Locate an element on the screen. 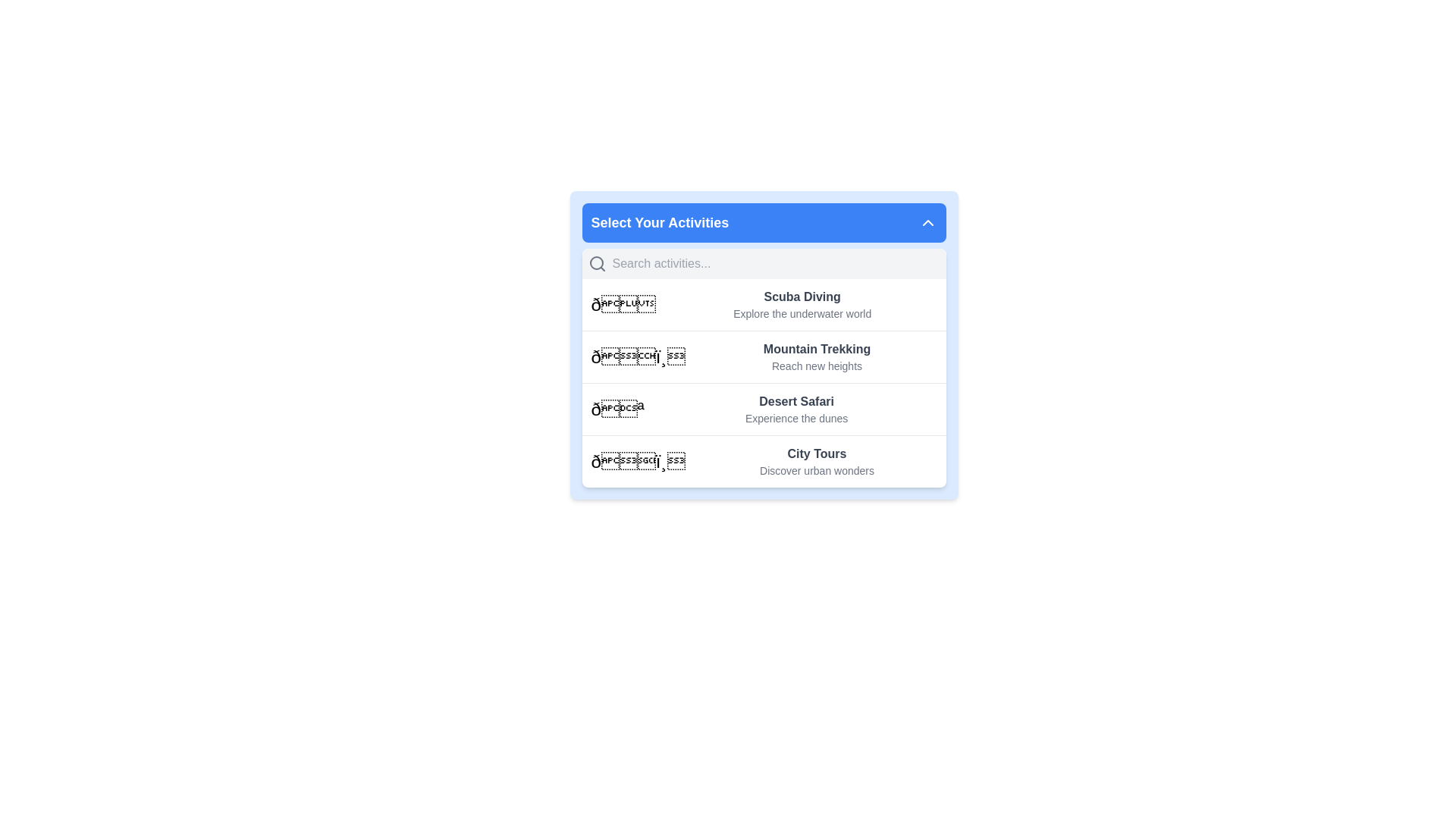 Image resolution: width=1456 pixels, height=819 pixels. the chevron toggle icon located at the top-right corner of the 'Select Your Activities' header section is located at coordinates (927, 222).